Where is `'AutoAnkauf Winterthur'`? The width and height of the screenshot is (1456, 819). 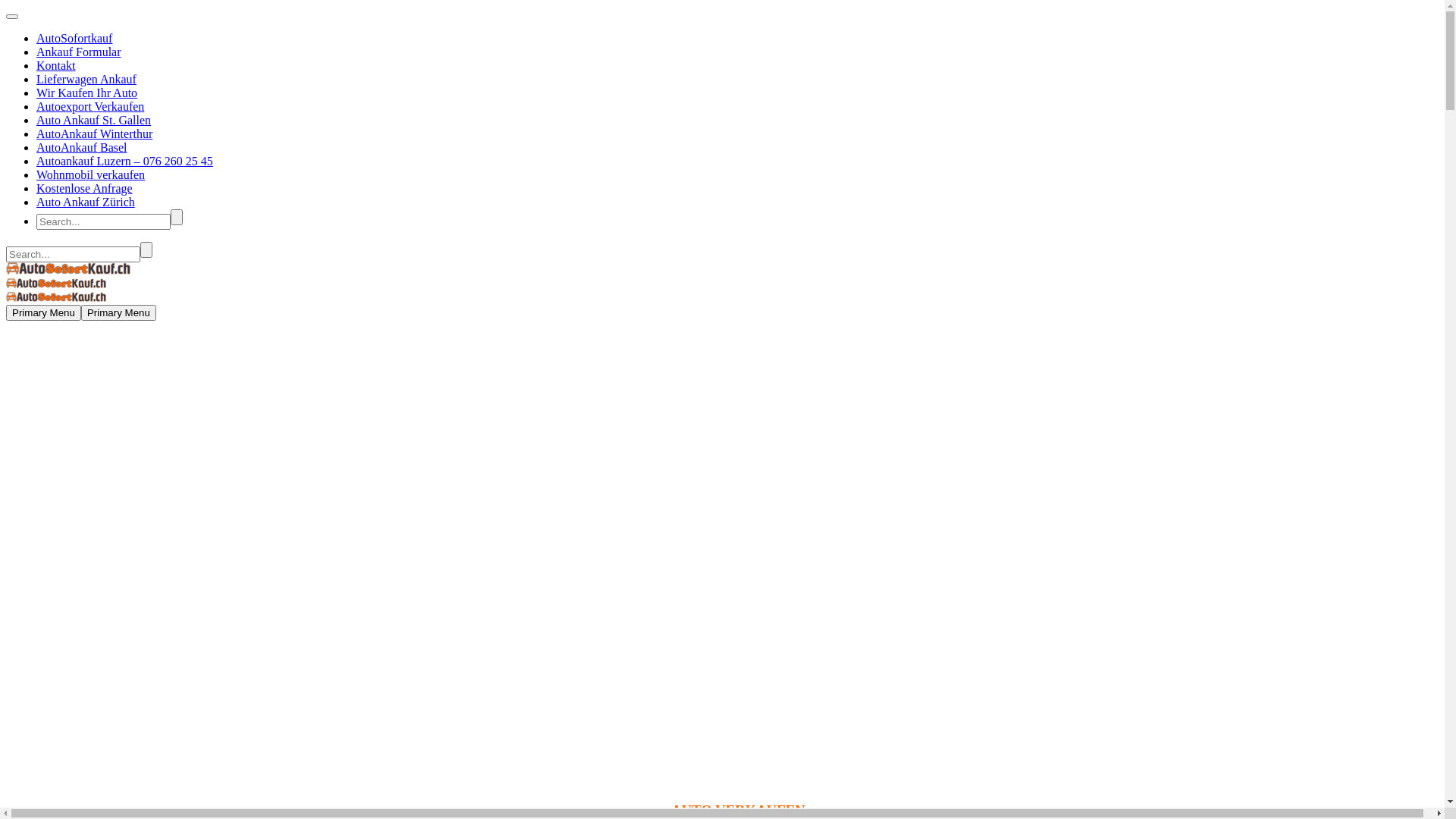
'AutoAnkauf Winterthur' is located at coordinates (93, 133).